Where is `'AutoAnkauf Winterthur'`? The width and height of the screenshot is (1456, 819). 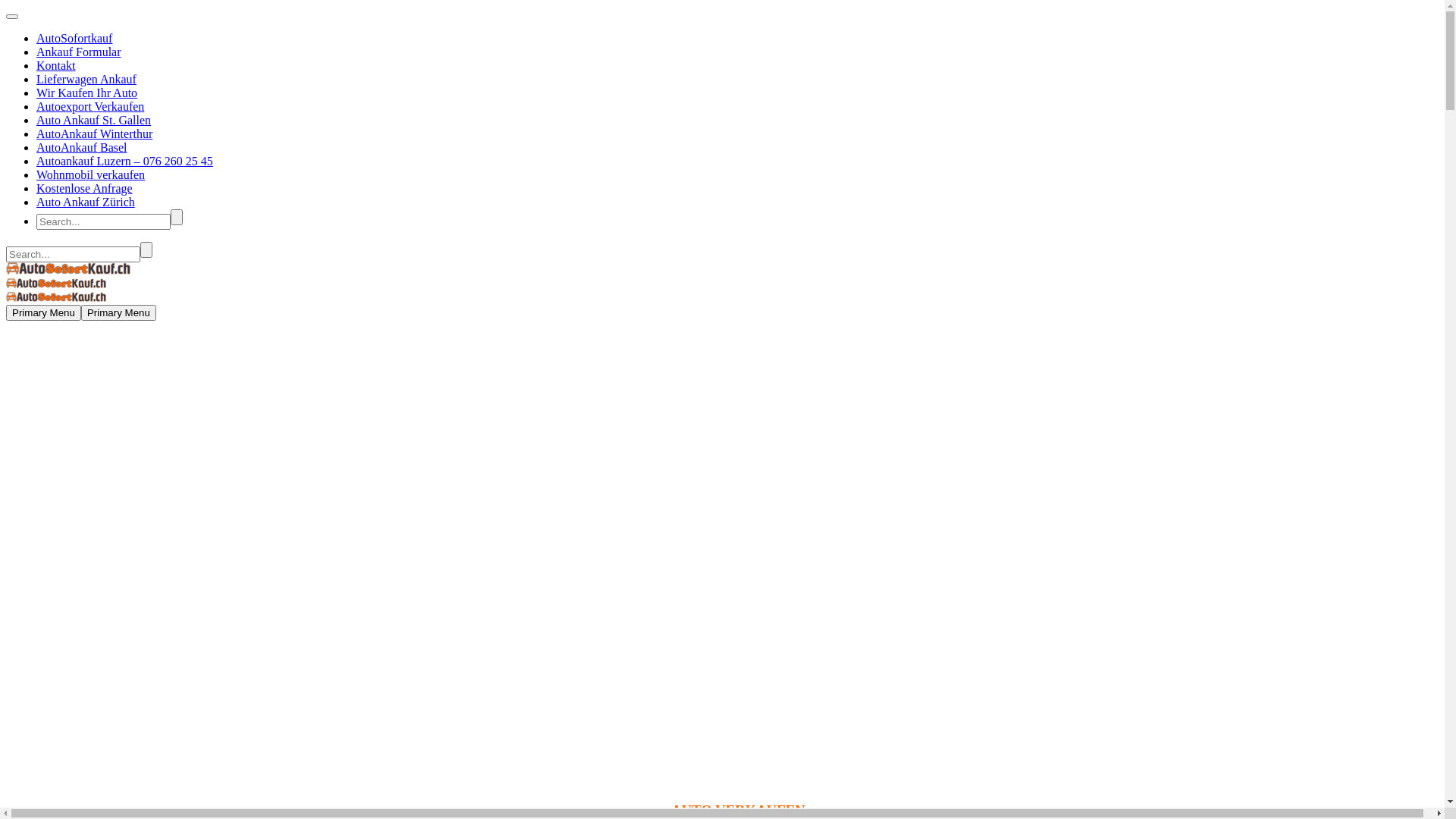
'AutoAnkauf Winterthur' is located at coordinates (93, 133).